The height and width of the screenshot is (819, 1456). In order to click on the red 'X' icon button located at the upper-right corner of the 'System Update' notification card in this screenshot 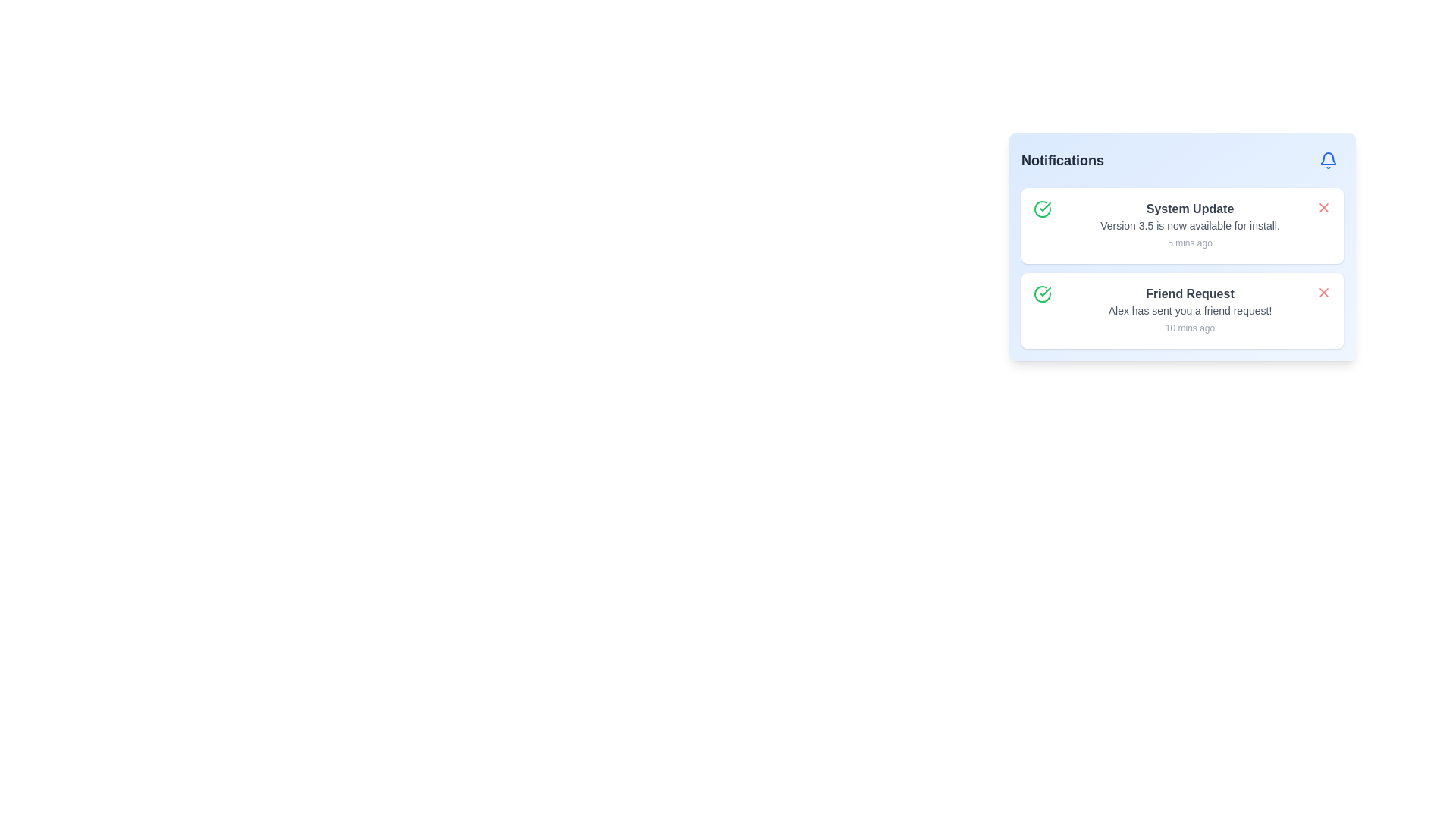, I will do `click(1323, 207)`.